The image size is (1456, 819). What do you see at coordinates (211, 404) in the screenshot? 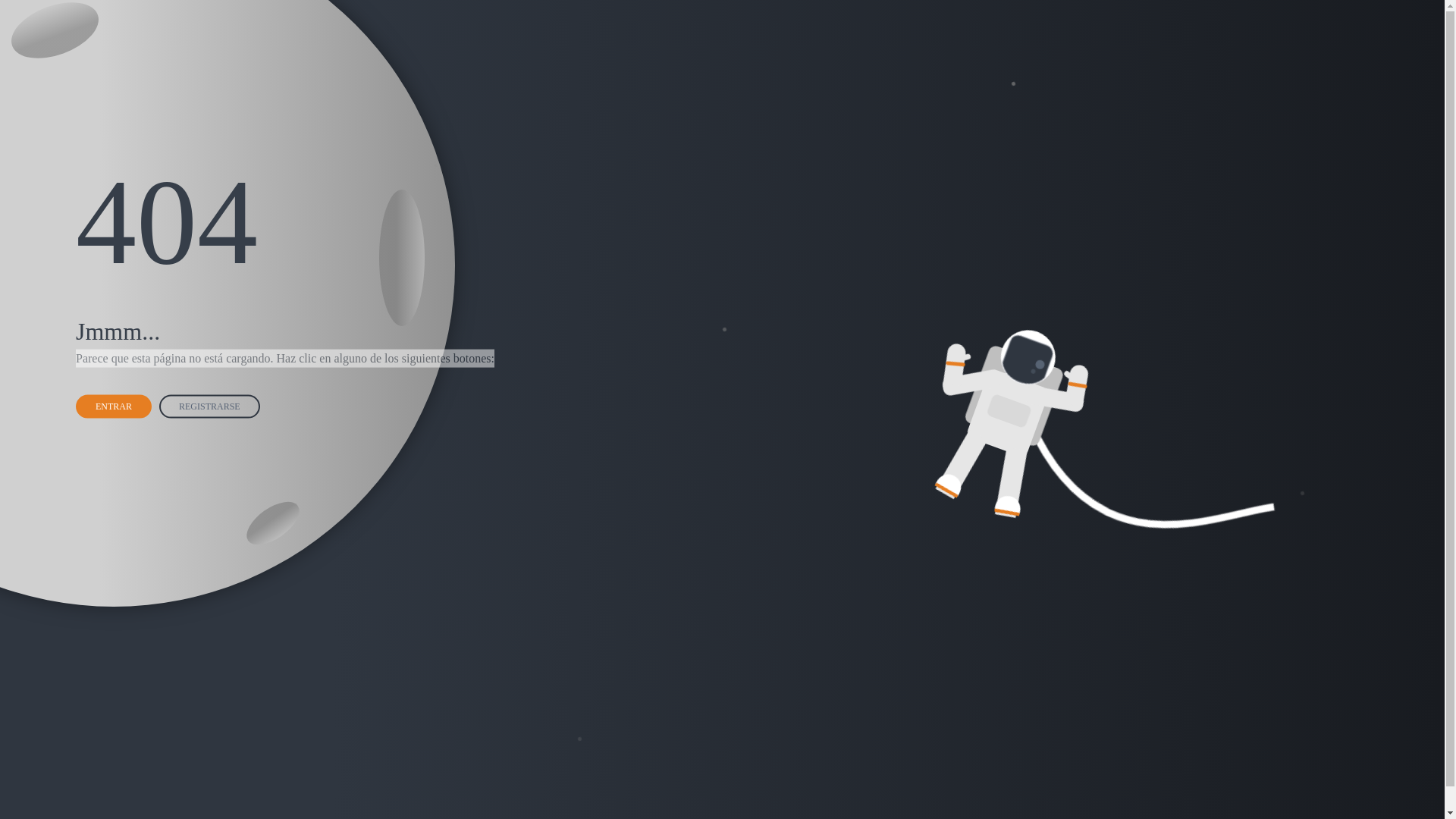
I see `'REGISTRARSE'` at bounding box center [211, 404].